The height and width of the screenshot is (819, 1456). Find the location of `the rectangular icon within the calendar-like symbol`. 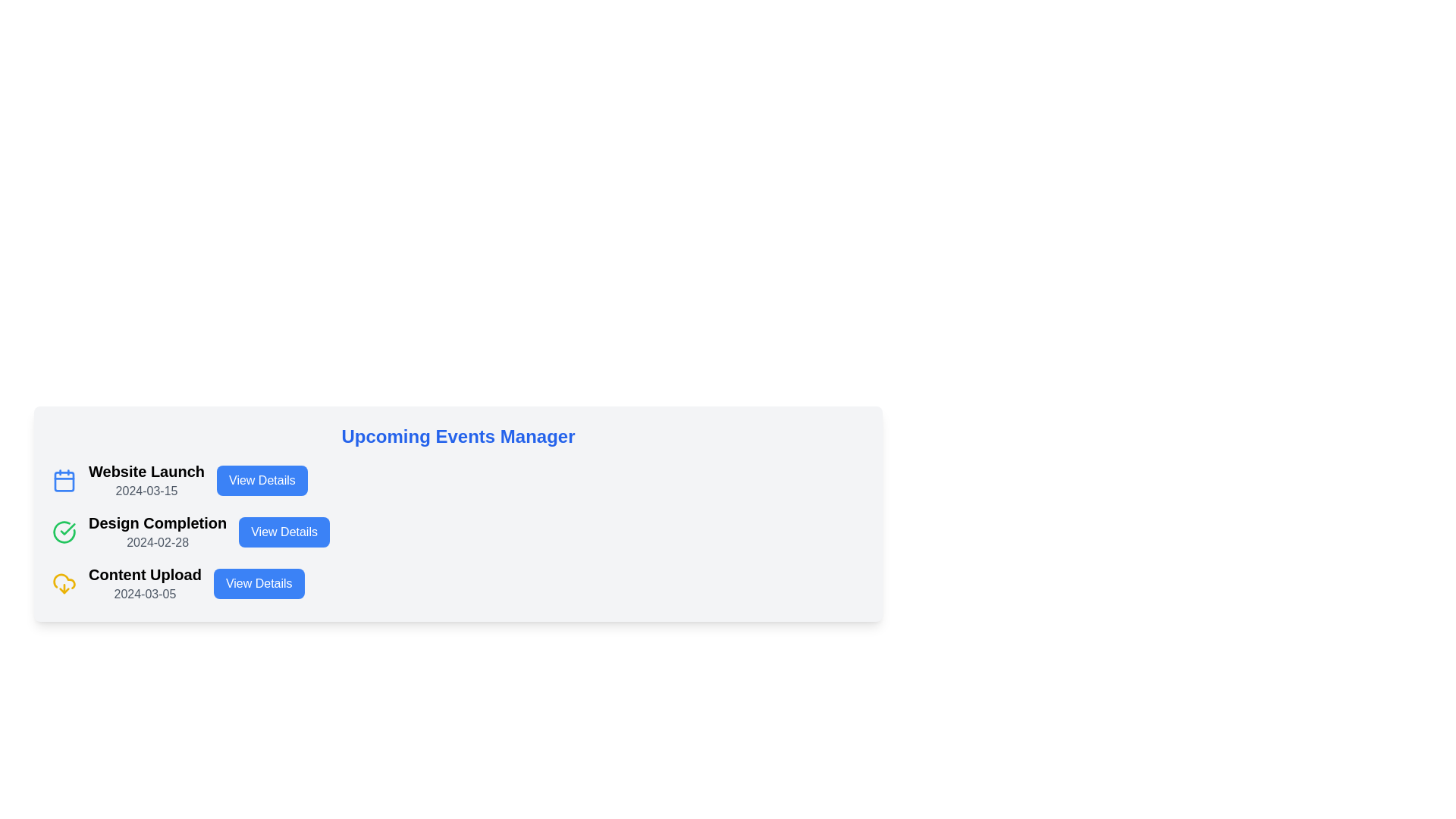

the rectangular icon within the calendar-like symbol is located at coordinates (64, 482).